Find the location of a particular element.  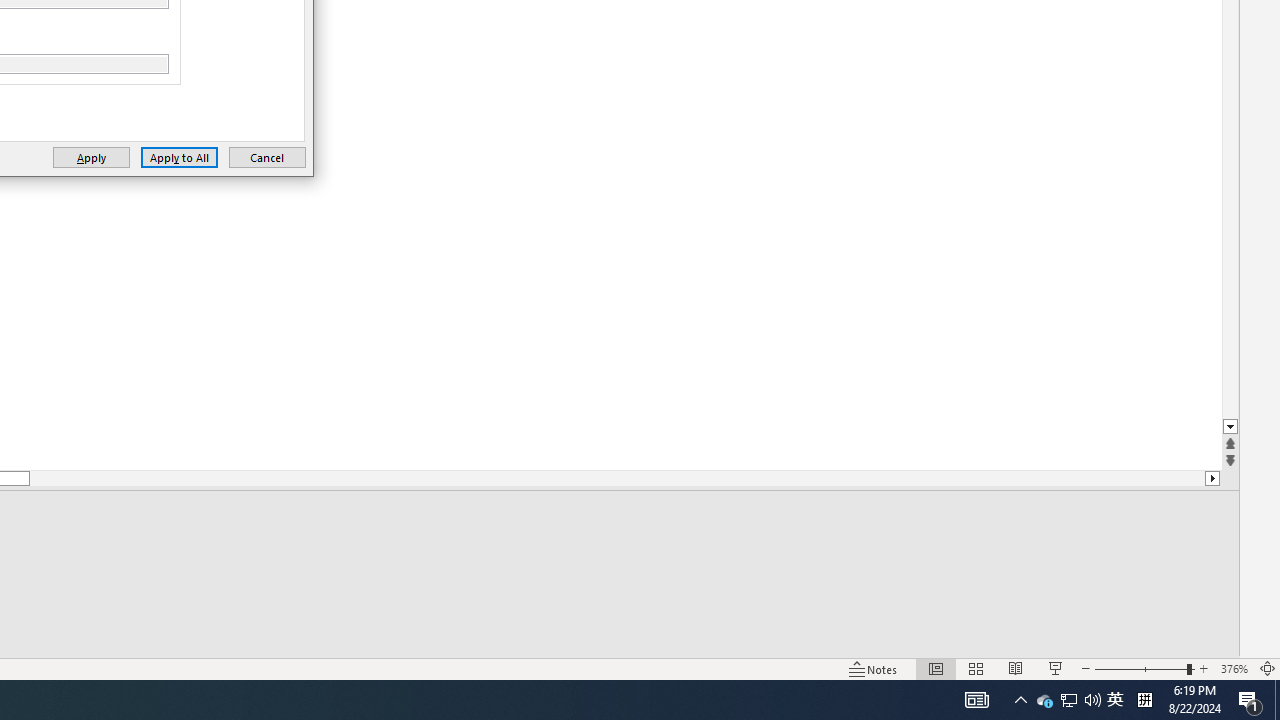

'Zoom 376%' is located at coordinates (1233, 669).